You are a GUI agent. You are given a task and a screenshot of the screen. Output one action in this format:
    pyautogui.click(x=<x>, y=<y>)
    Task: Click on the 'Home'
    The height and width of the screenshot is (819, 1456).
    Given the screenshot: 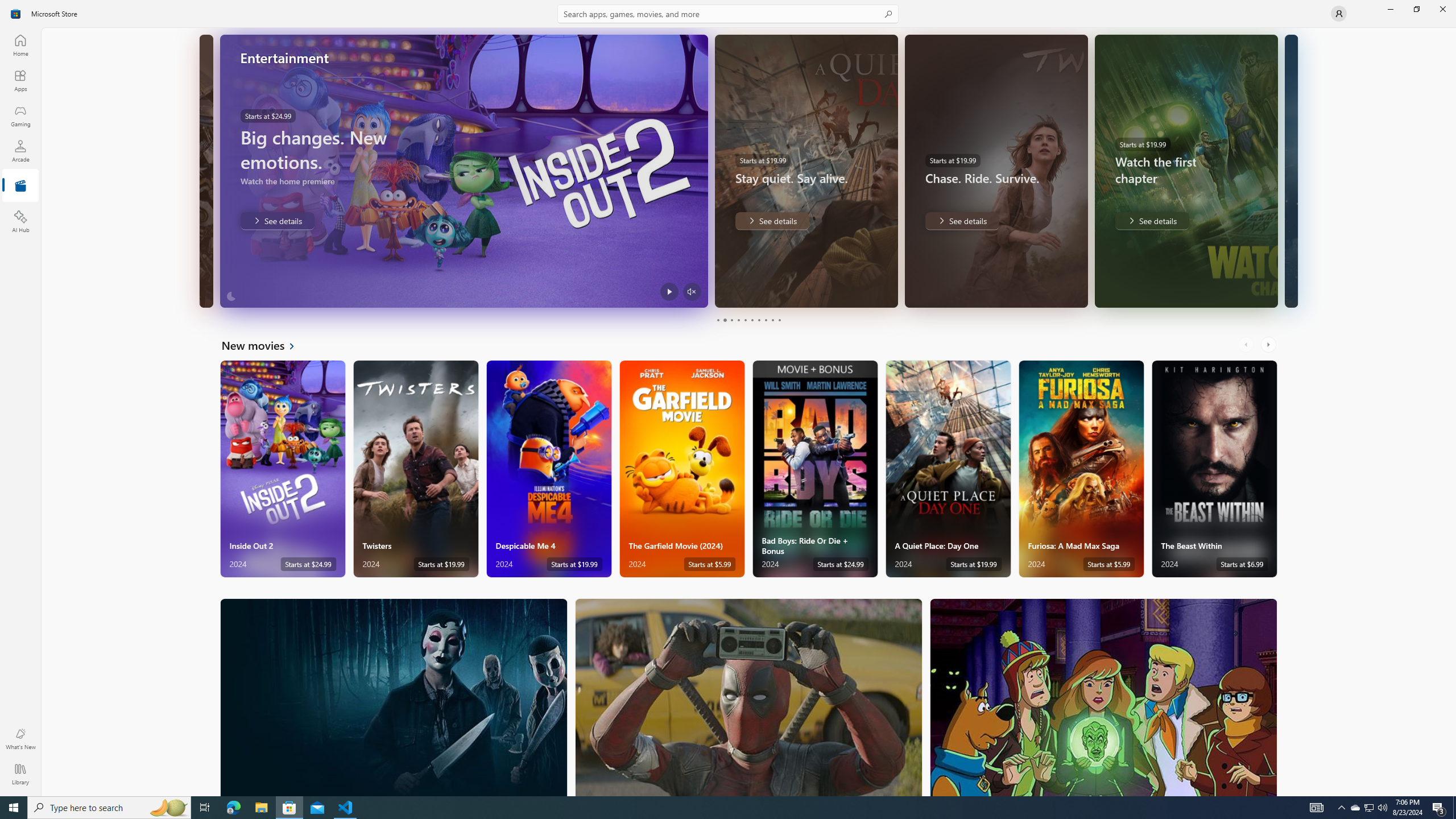 What is the action you would take?
    pyautogui.click(x=19, y=44)
    